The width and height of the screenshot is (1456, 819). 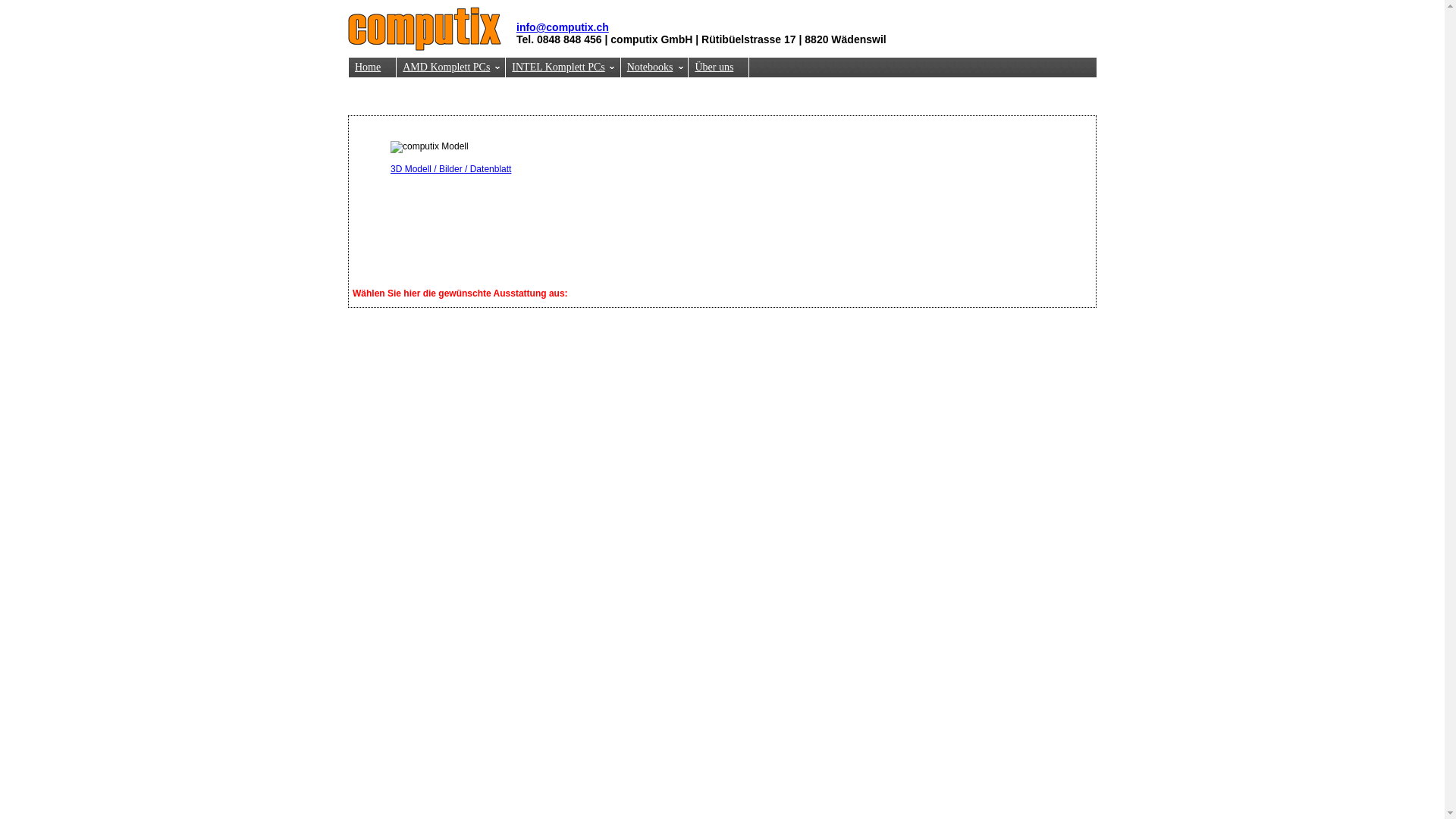 I want to click on 'info@computix.ch', so click(x=516, y=27).